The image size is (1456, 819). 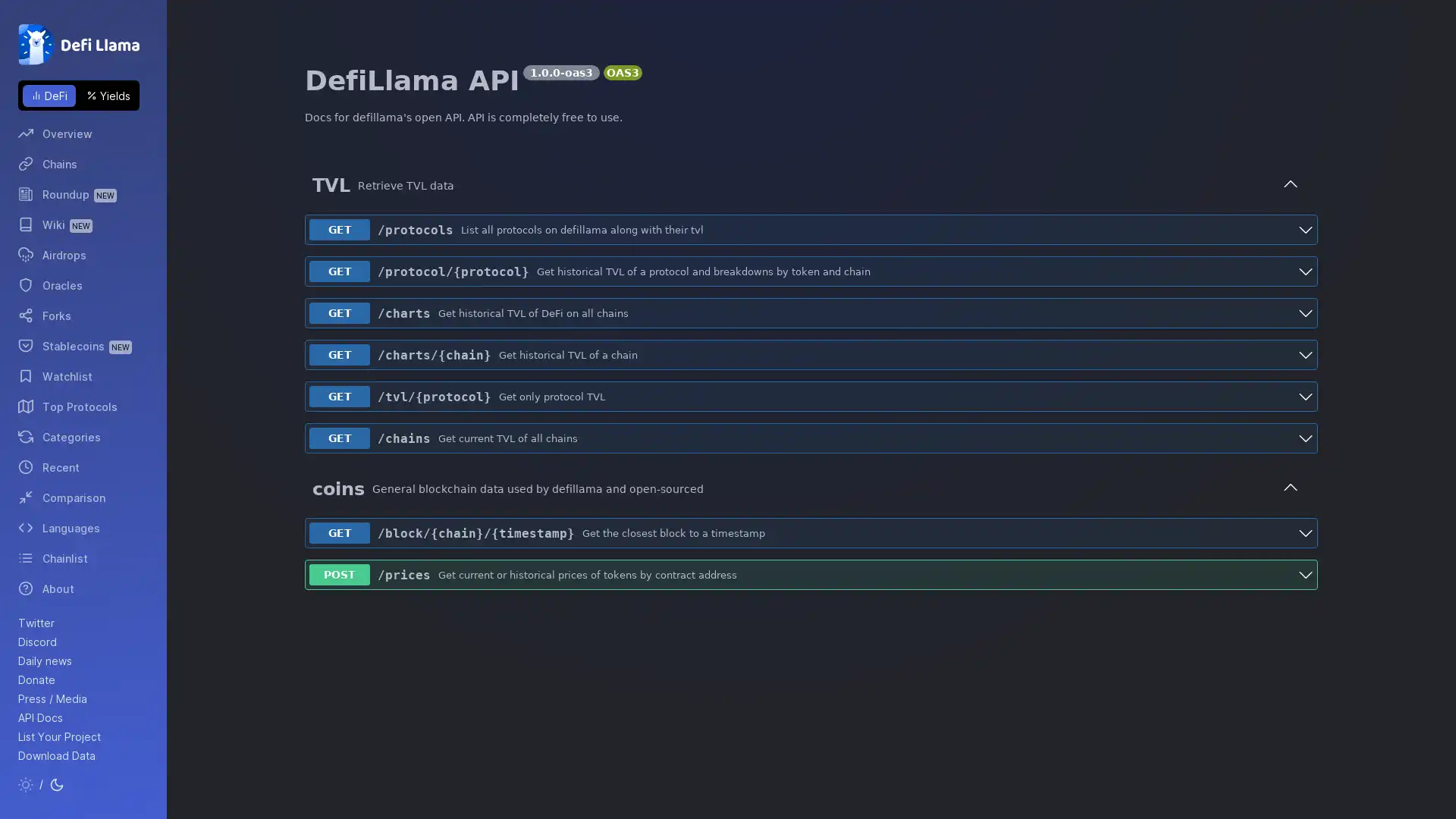 What do you see at coordinates (41, 785) in the screenshot?
I see `/` at bounding box center [41, 785].